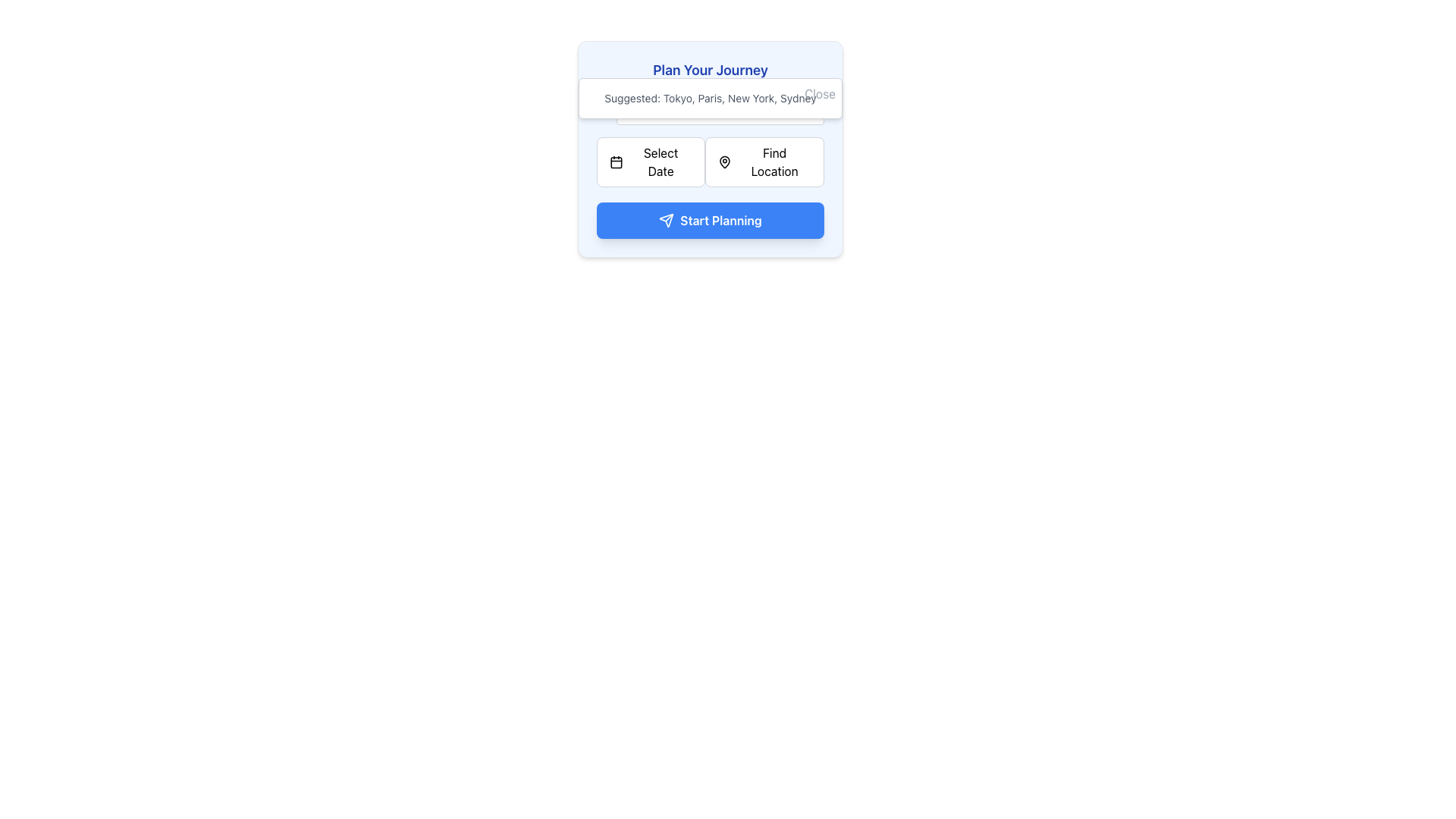 This screenshot has width=1456, height=819. Describe the element at coordinates (720, 108) in the screenshot. I see `the Text Input Field below the 'Plan Your Journey' heading to focus and type in it` at that location.